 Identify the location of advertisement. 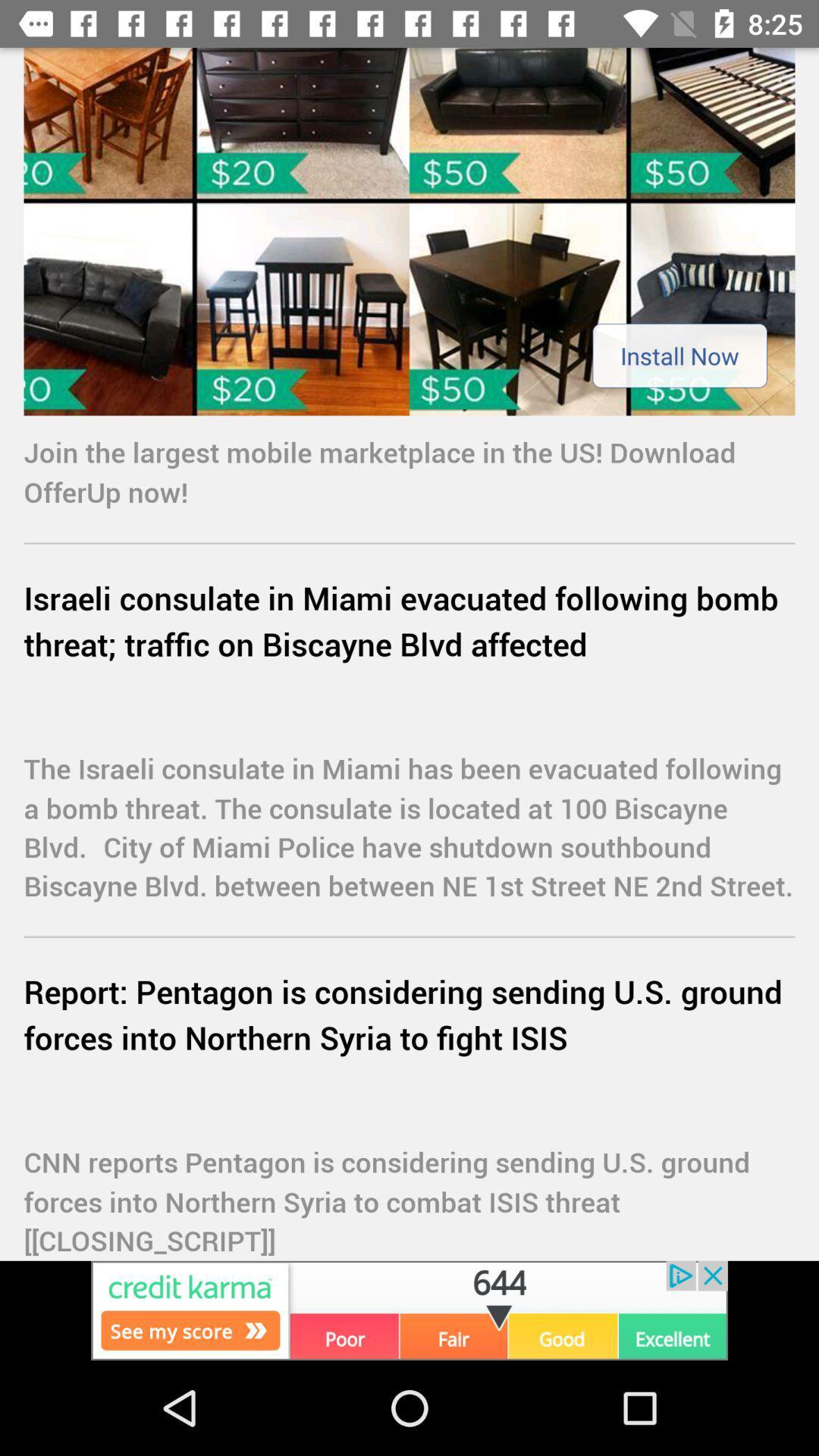
(409, 231).